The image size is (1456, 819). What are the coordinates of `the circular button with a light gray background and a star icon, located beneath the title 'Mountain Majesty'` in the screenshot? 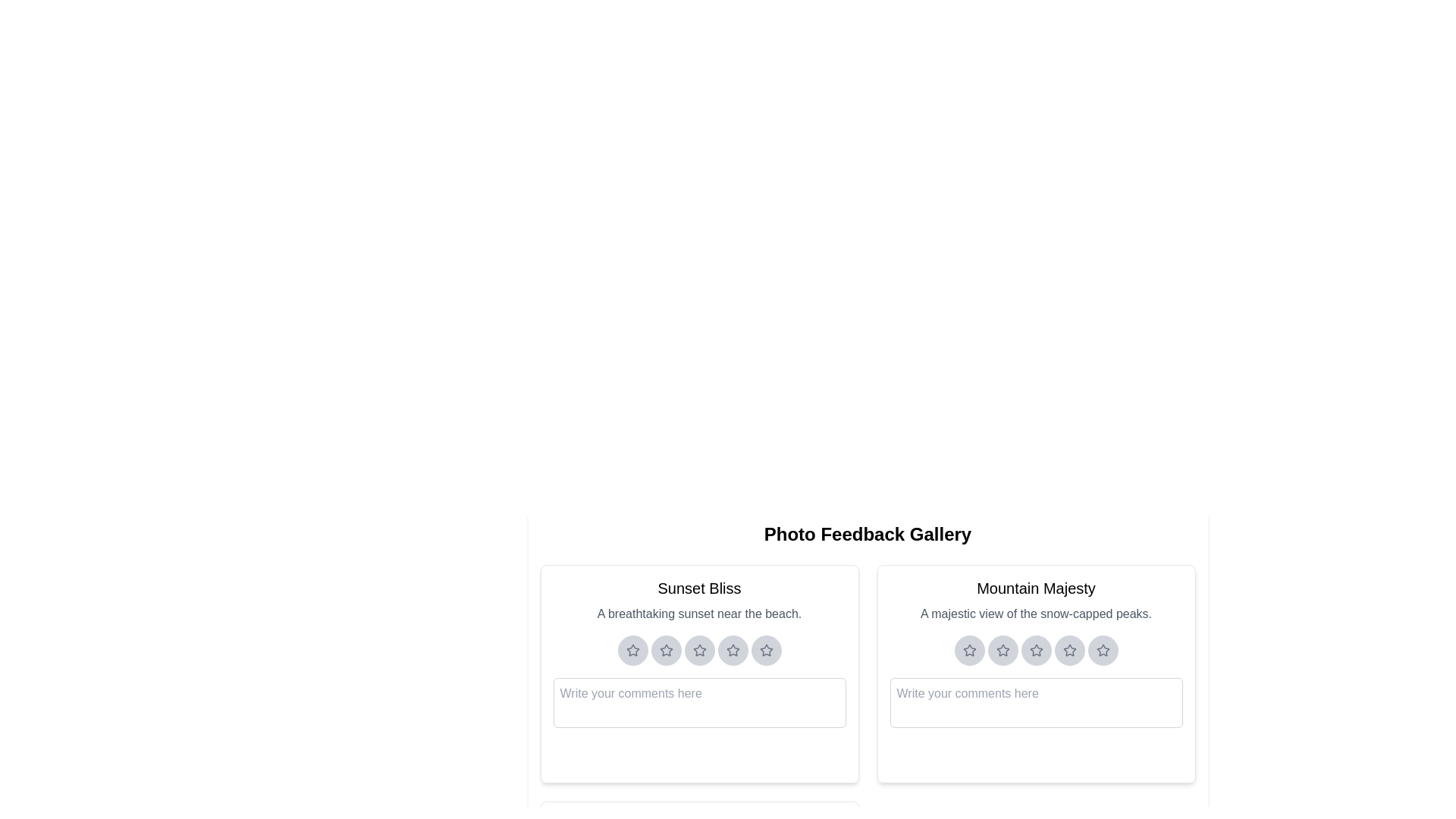 It's located at (1068, 649).